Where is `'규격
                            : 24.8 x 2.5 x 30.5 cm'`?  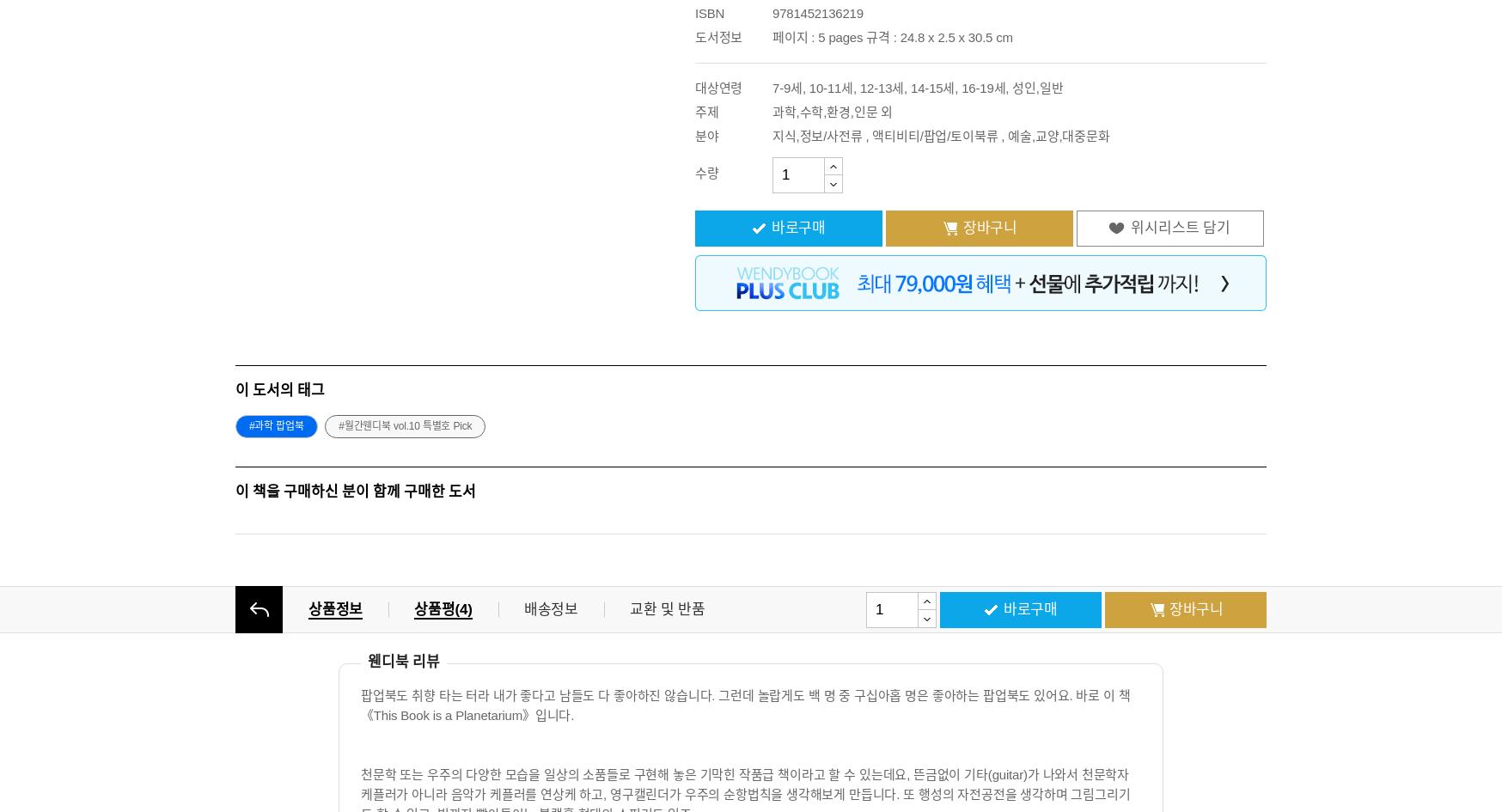 '규격
                            : 24.8 x 2.5 x 30.5 cm' is located at coordinates (938, 37).